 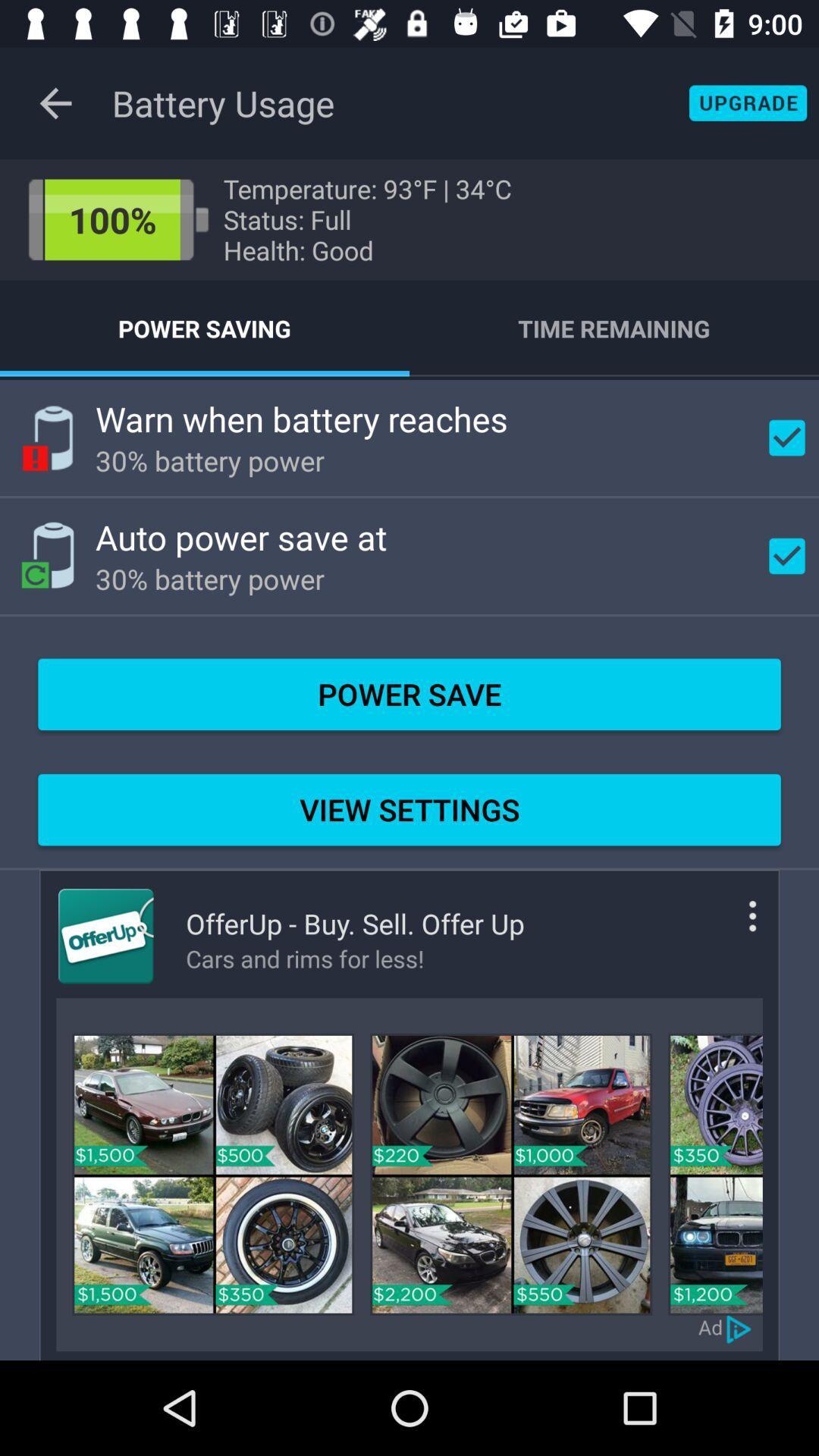 What do you see at coordinates (730, 927) in the screenshot?
I see `the icon below view settings item` at bounding box center [730, 927].